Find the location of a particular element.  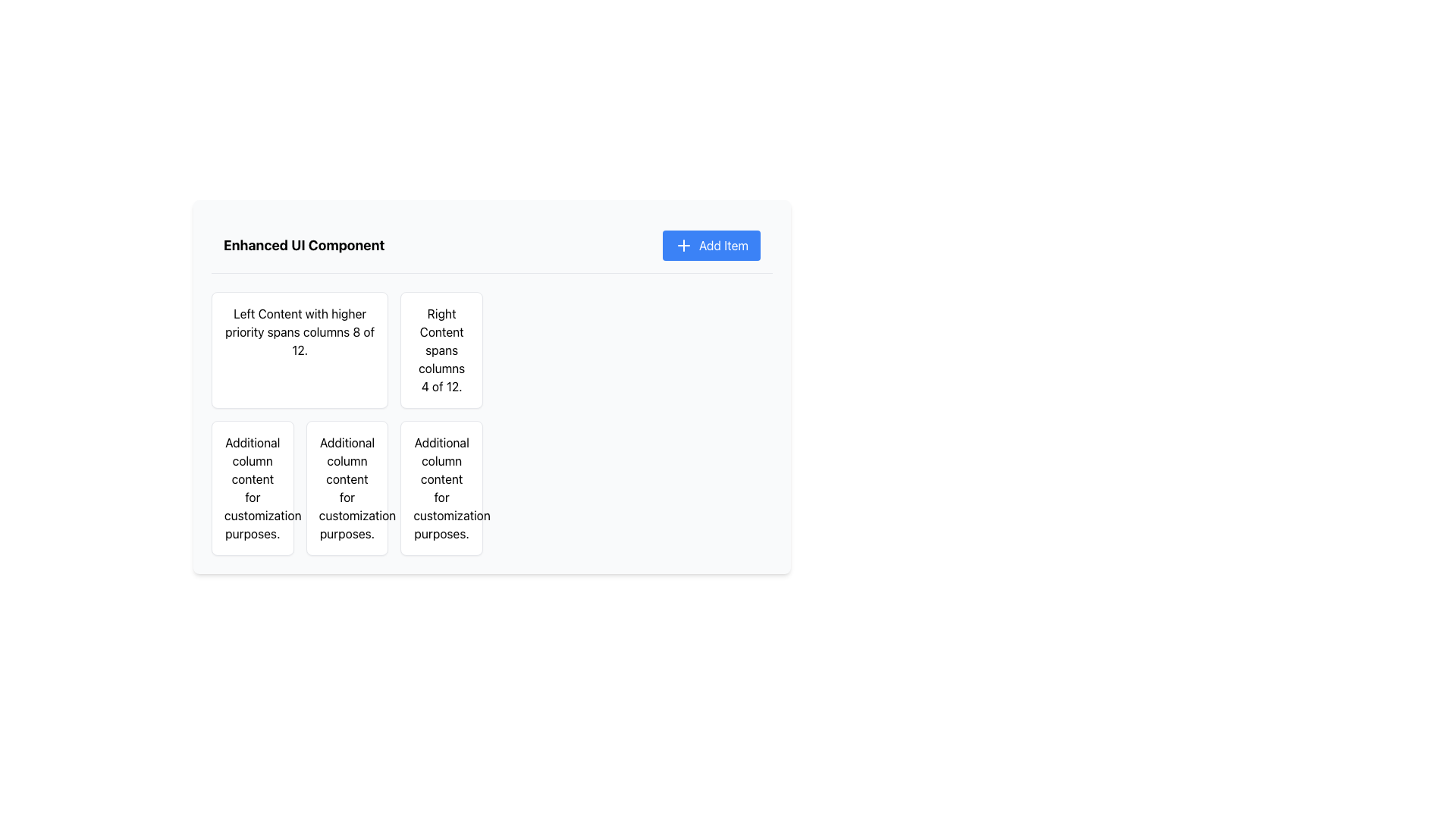

static text content that displays 'Left Content with higher priority spans columns 8 of 12.' located in the leftmost box of a two-column layout is located at coordinates (300, 331).